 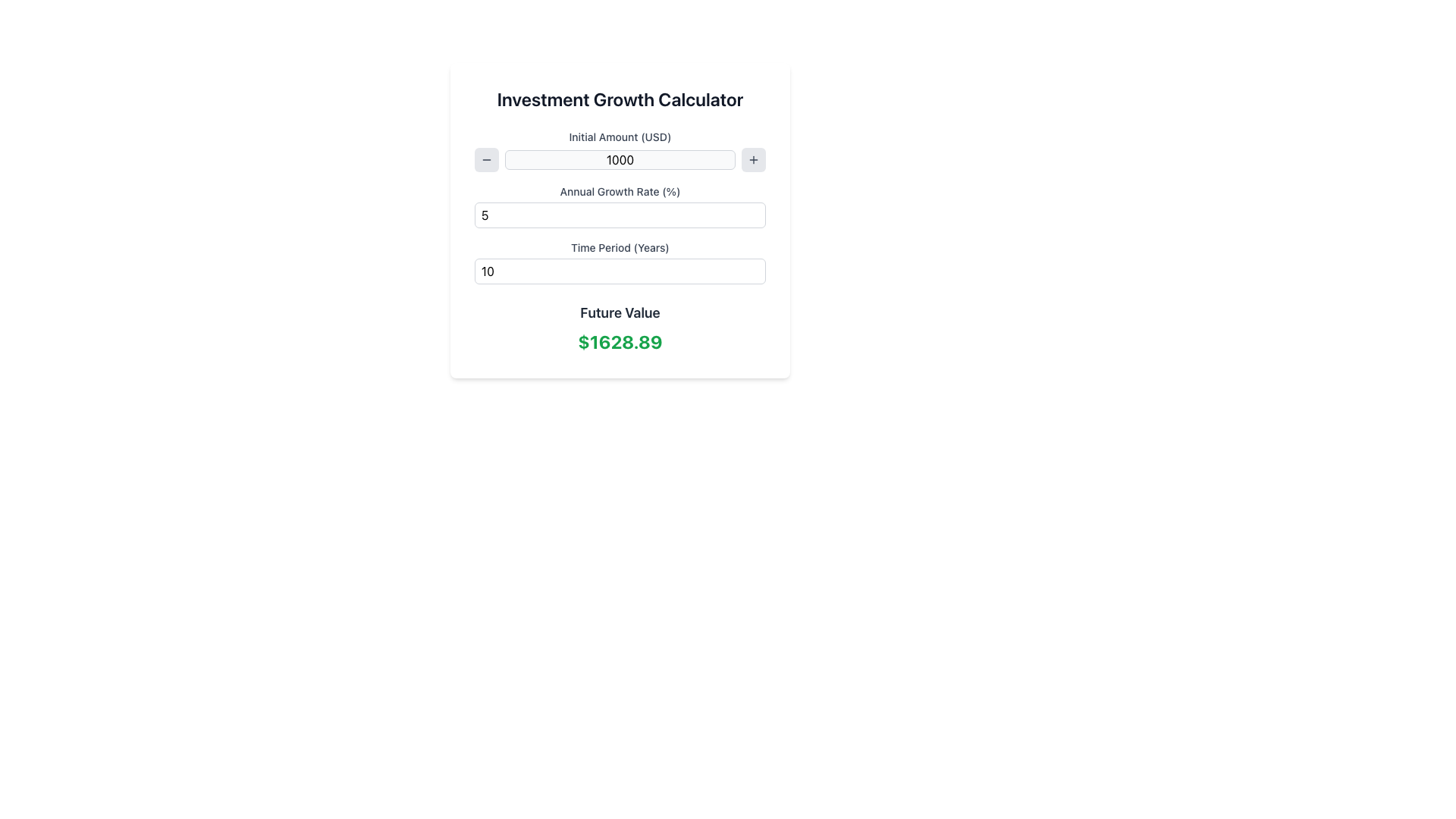 I want to click on the numeric input box for 'Time Period (Years)' in the 'Investment Growth Calculator', so click(x=620, y=271).